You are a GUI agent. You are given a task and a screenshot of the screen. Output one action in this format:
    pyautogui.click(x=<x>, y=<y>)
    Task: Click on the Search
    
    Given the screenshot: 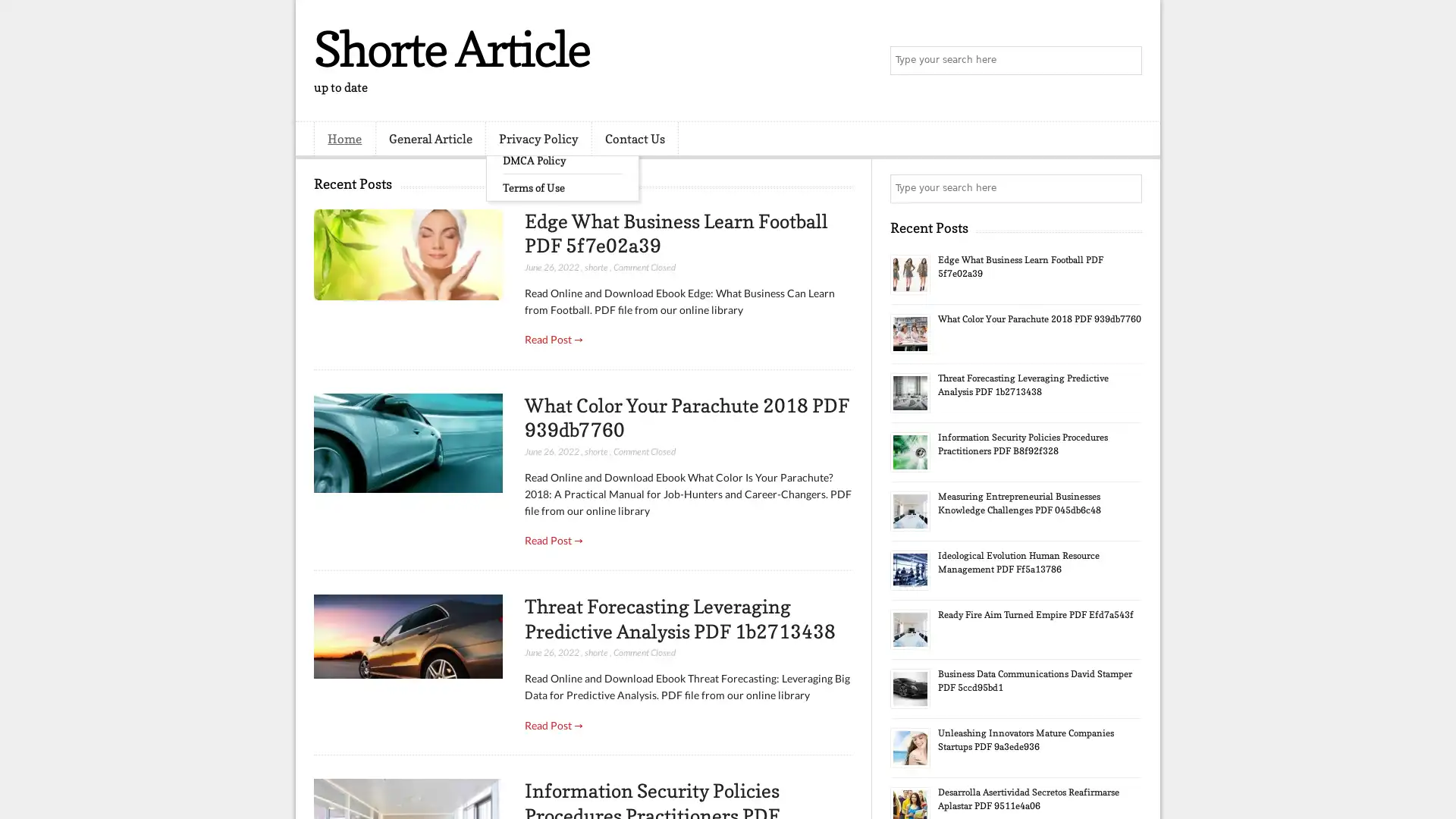 What is the action you would take?
    pyautogui.click(x=1126, y=188)
    